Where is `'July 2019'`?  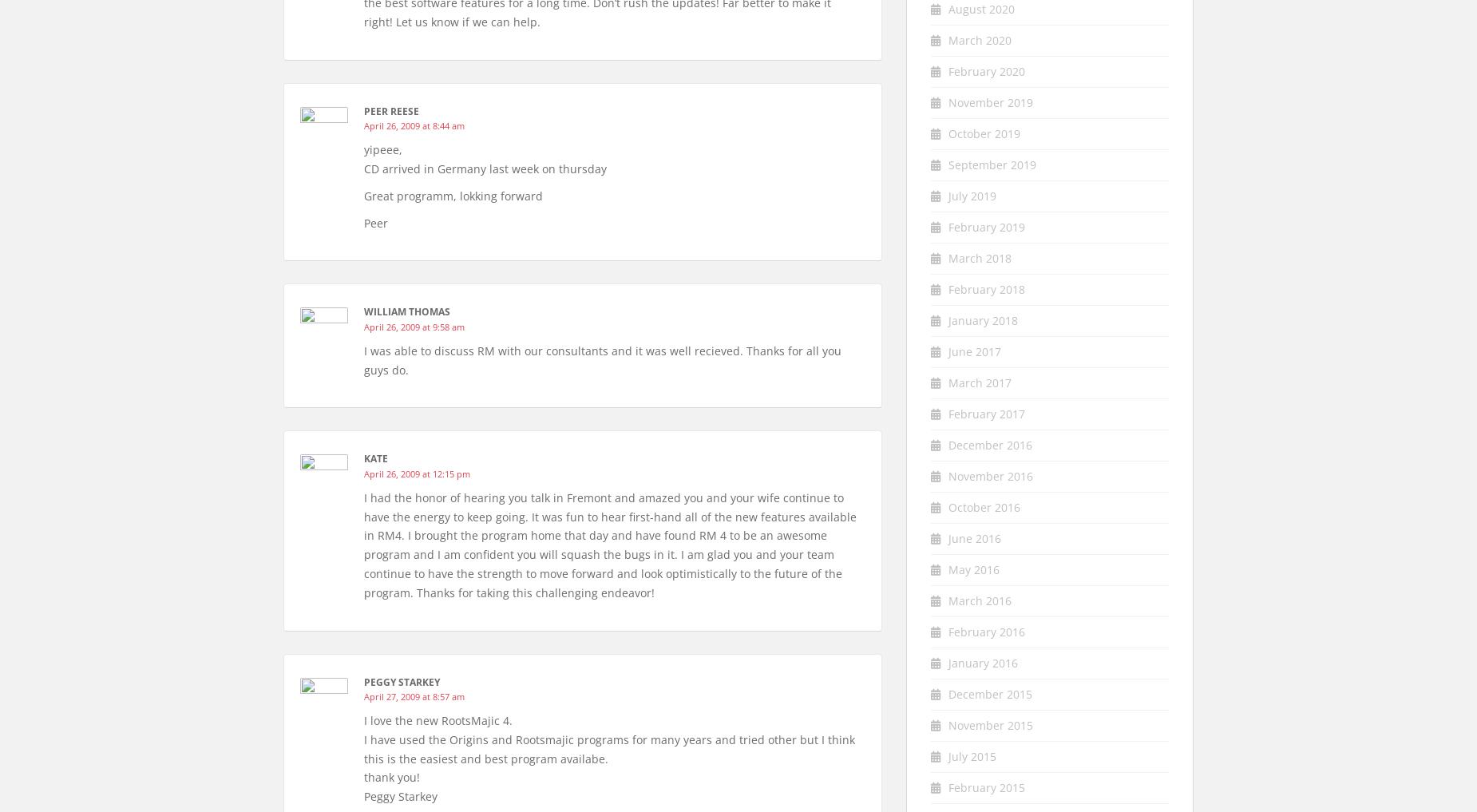 'July 2019' is located at coordinates (972, 194).